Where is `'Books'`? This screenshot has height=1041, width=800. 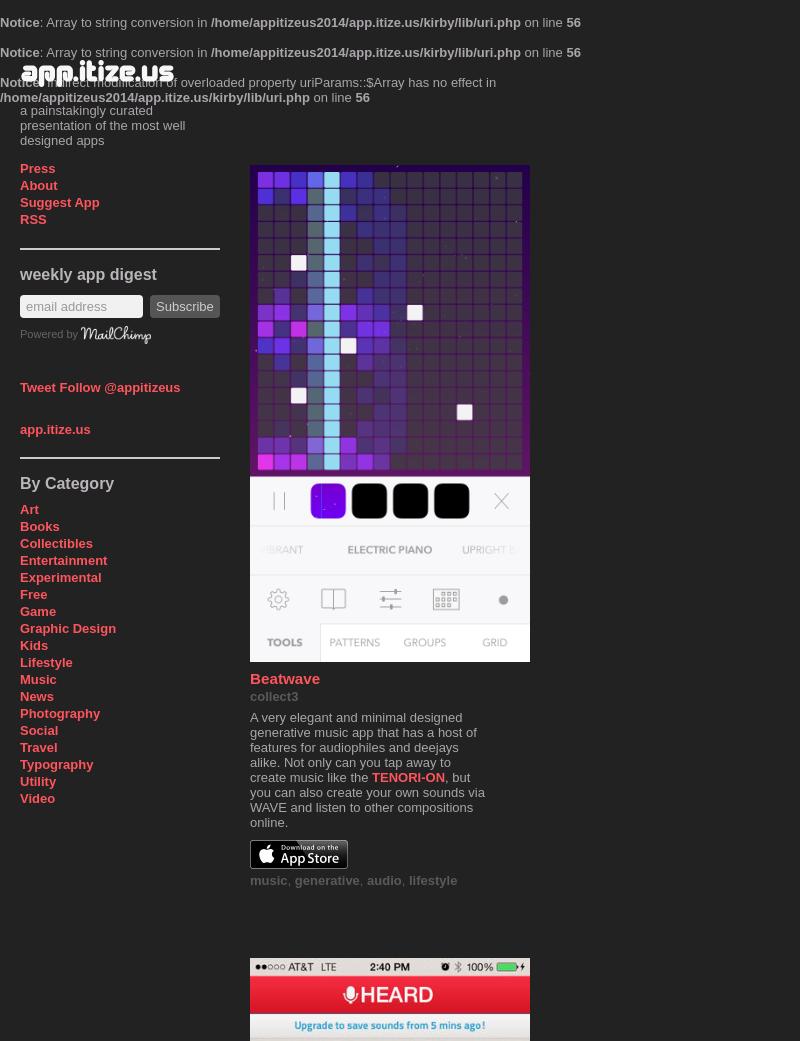
'Books' is located at coordinates (38, 525).